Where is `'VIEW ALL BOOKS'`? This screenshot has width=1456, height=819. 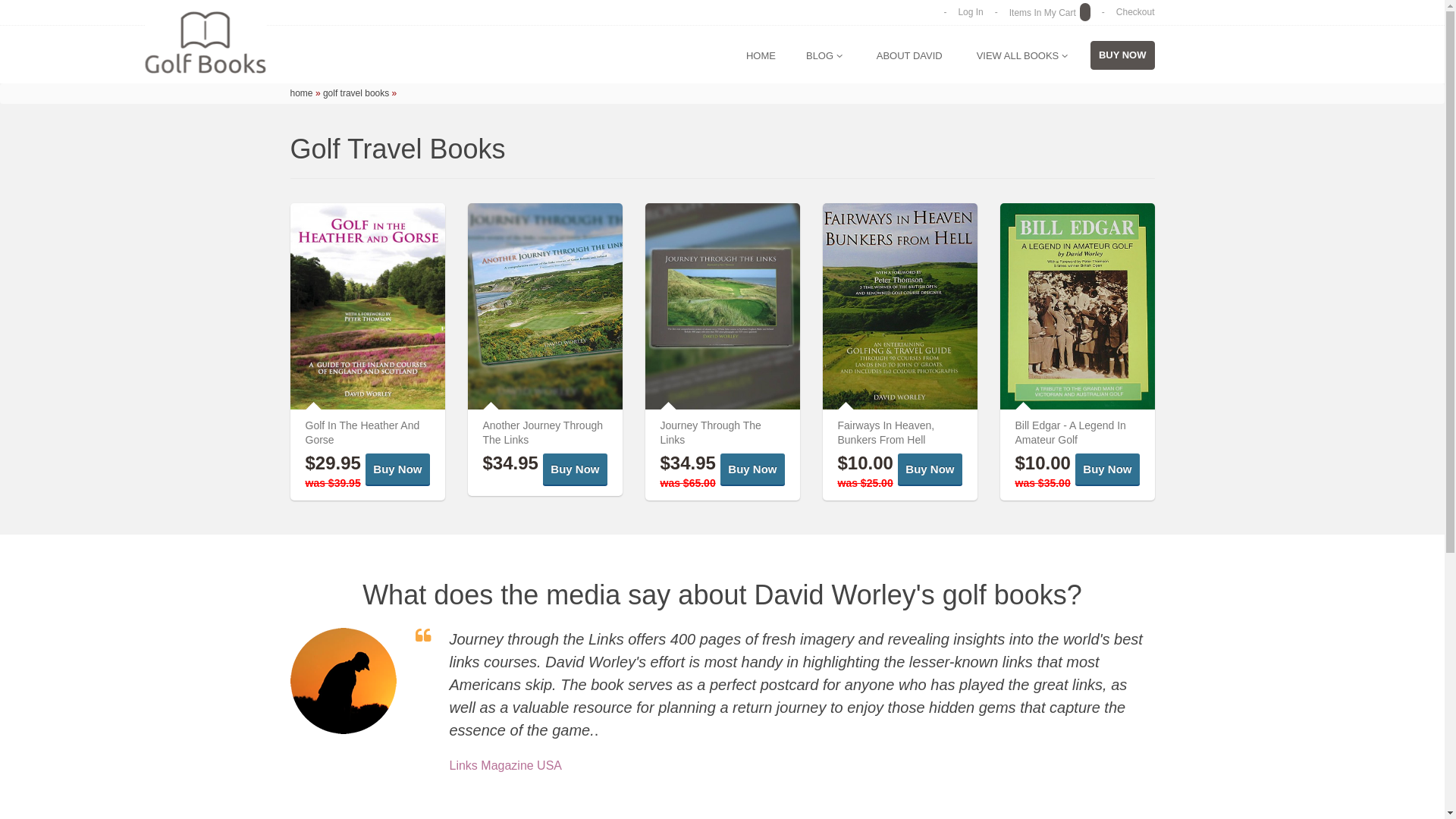 'VIEW ALL BOOKS' is located at coordinates (1022, 55).